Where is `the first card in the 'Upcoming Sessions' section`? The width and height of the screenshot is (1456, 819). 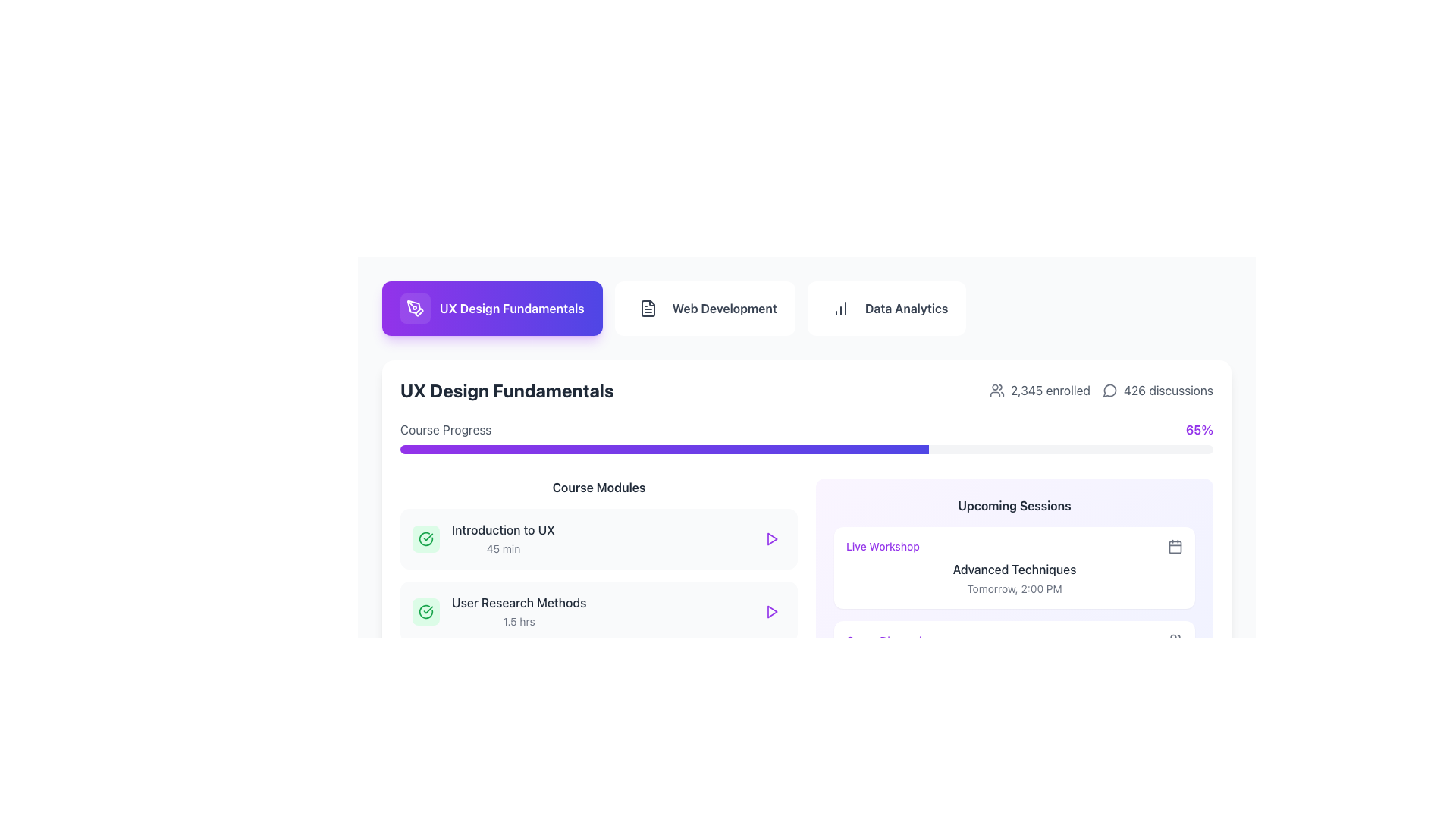
the first card in the 'Upcoming Sessions' section is located at coordinates (1015, 567).